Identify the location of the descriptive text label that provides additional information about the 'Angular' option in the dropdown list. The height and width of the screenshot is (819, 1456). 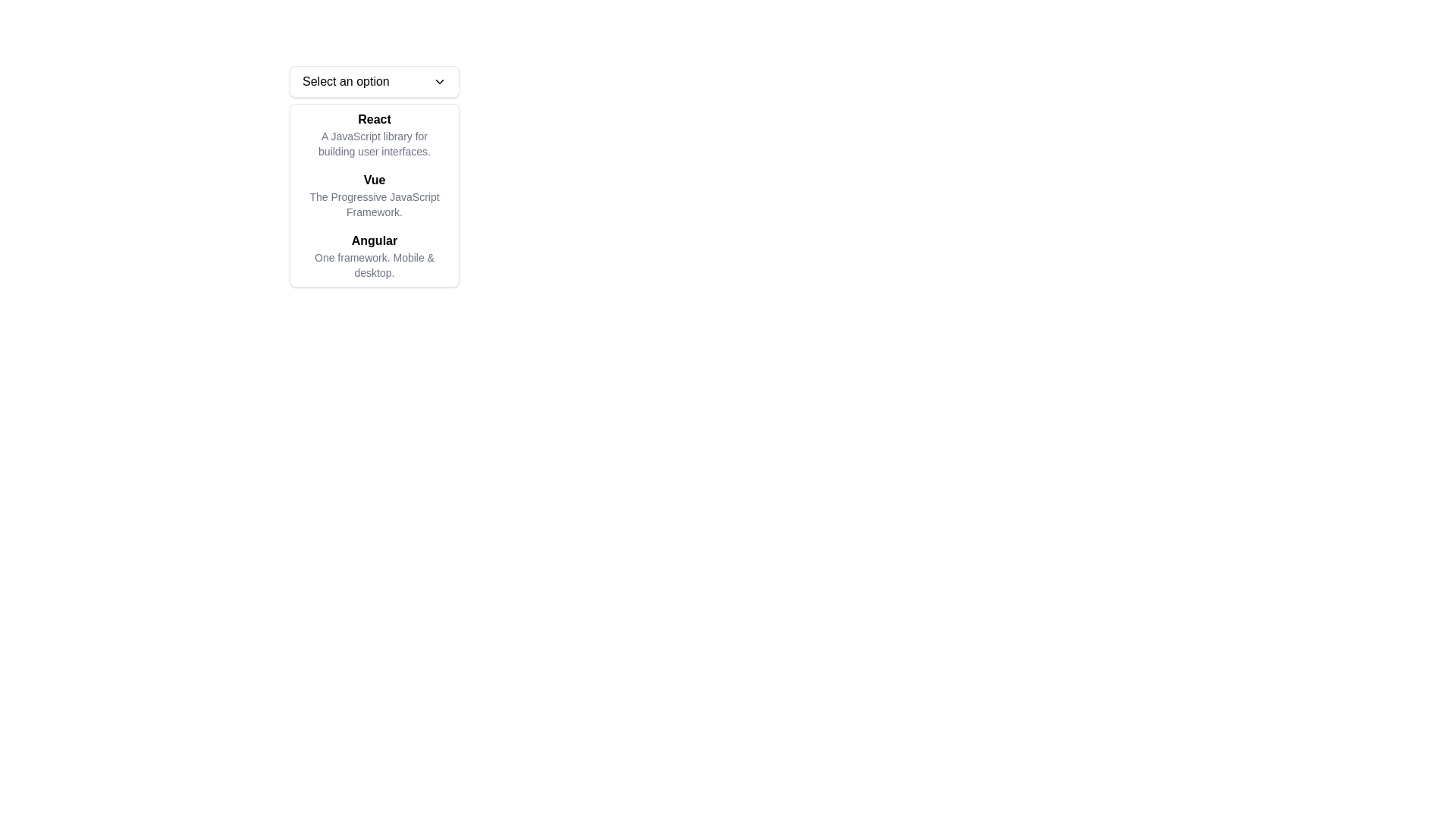
(375, 265).